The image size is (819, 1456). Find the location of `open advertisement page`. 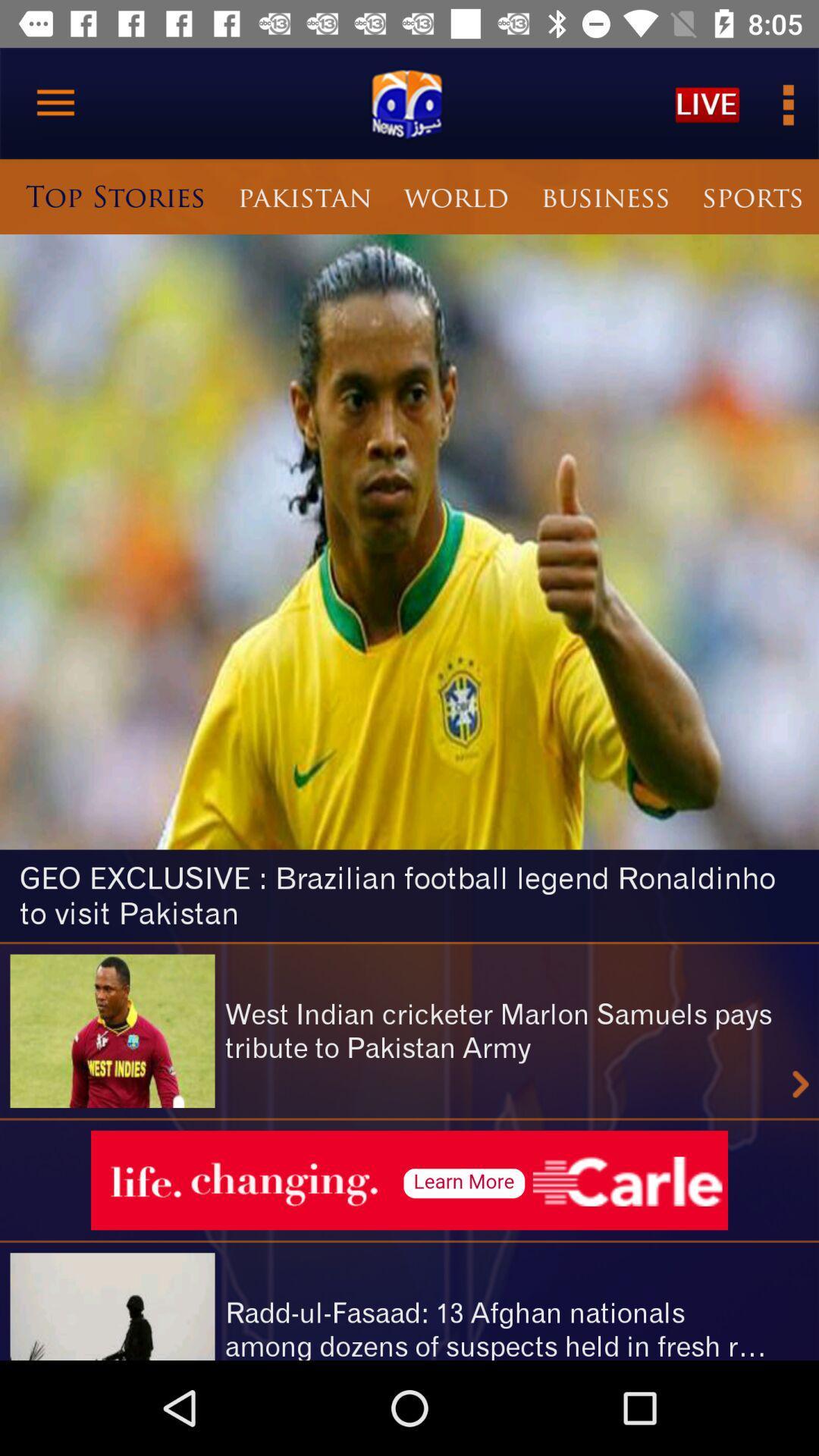

open advertisement page is located at coordinates (409, 1179).